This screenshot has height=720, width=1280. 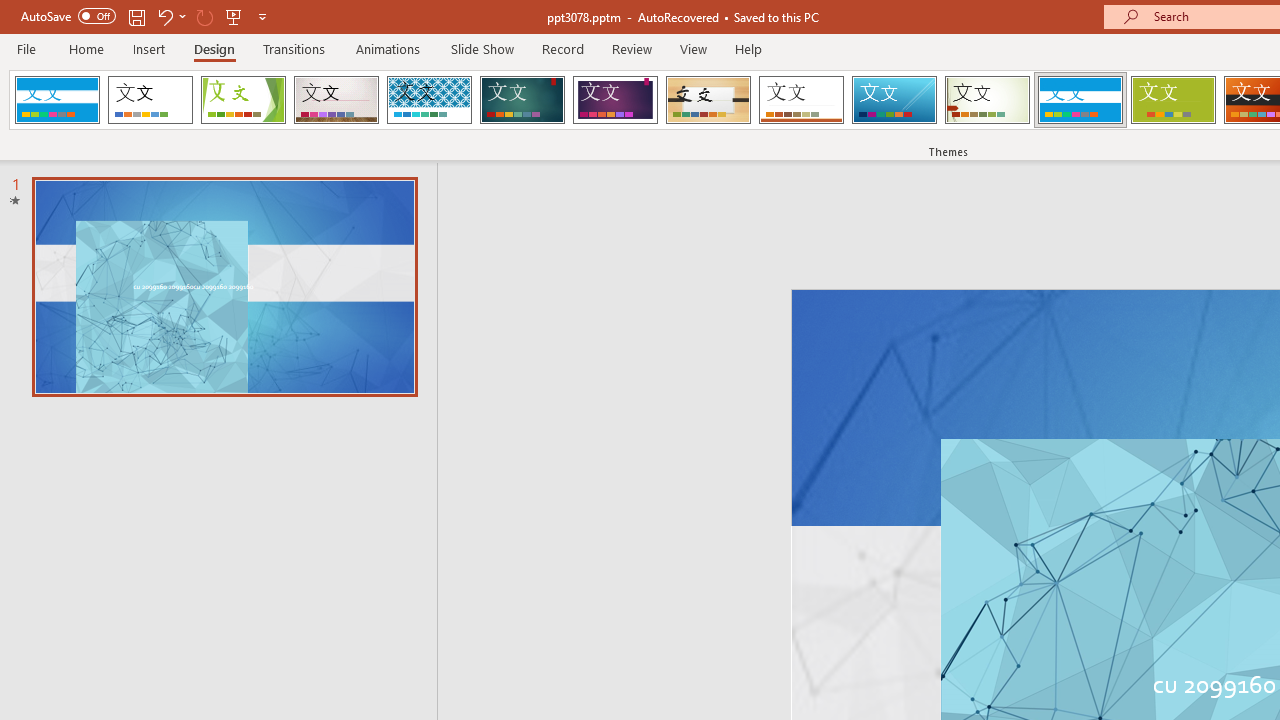 What do you see at coordinates (149, 100) in the screenshot?
I see `'Office Theme'` at bounding box center [149, 100].